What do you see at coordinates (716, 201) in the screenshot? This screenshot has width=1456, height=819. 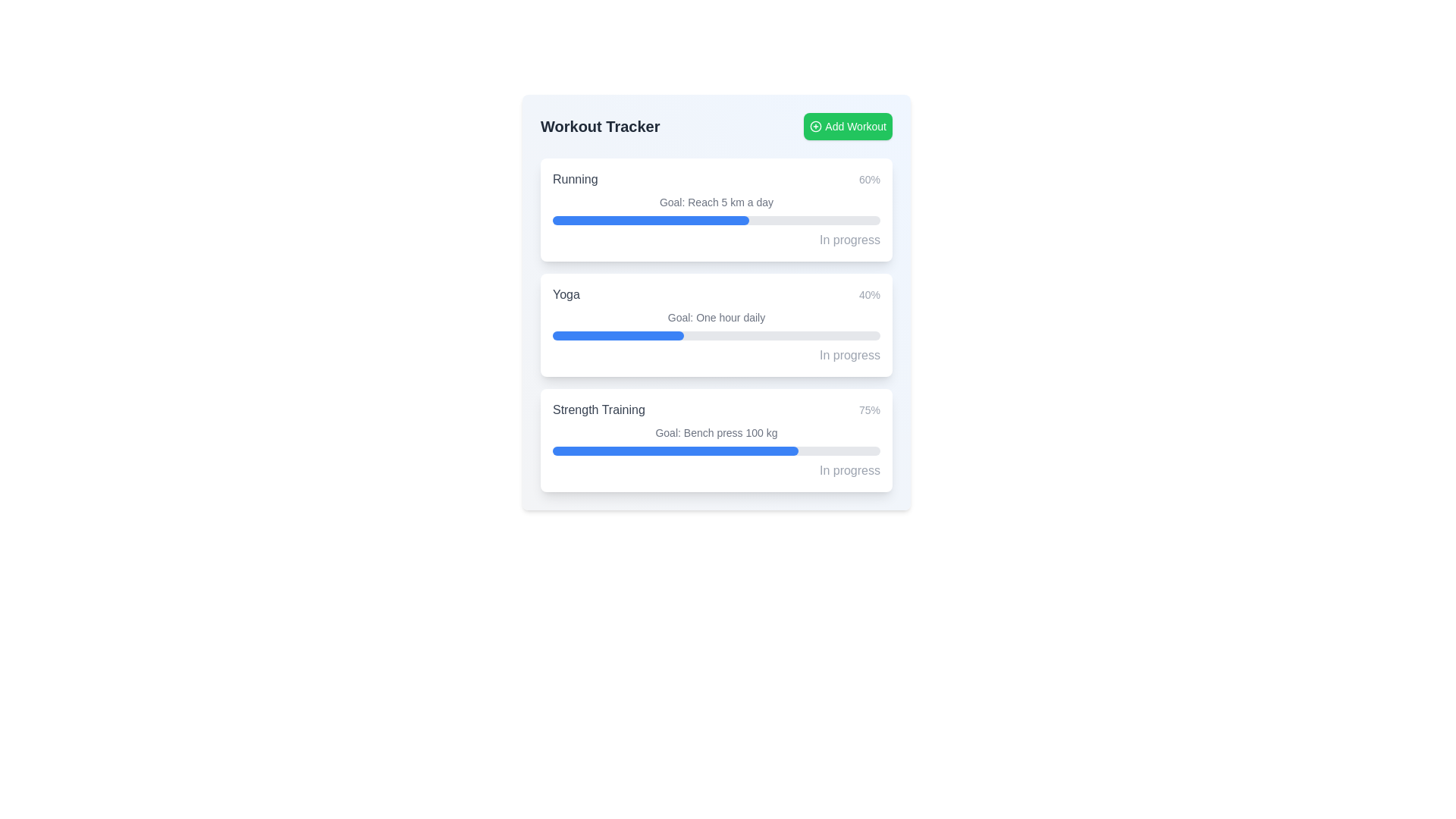 I see `the text label that displays 'Goal: Reach 5 km a day' located within the 'Running' activity card layout` at bounding box center [716, 201].